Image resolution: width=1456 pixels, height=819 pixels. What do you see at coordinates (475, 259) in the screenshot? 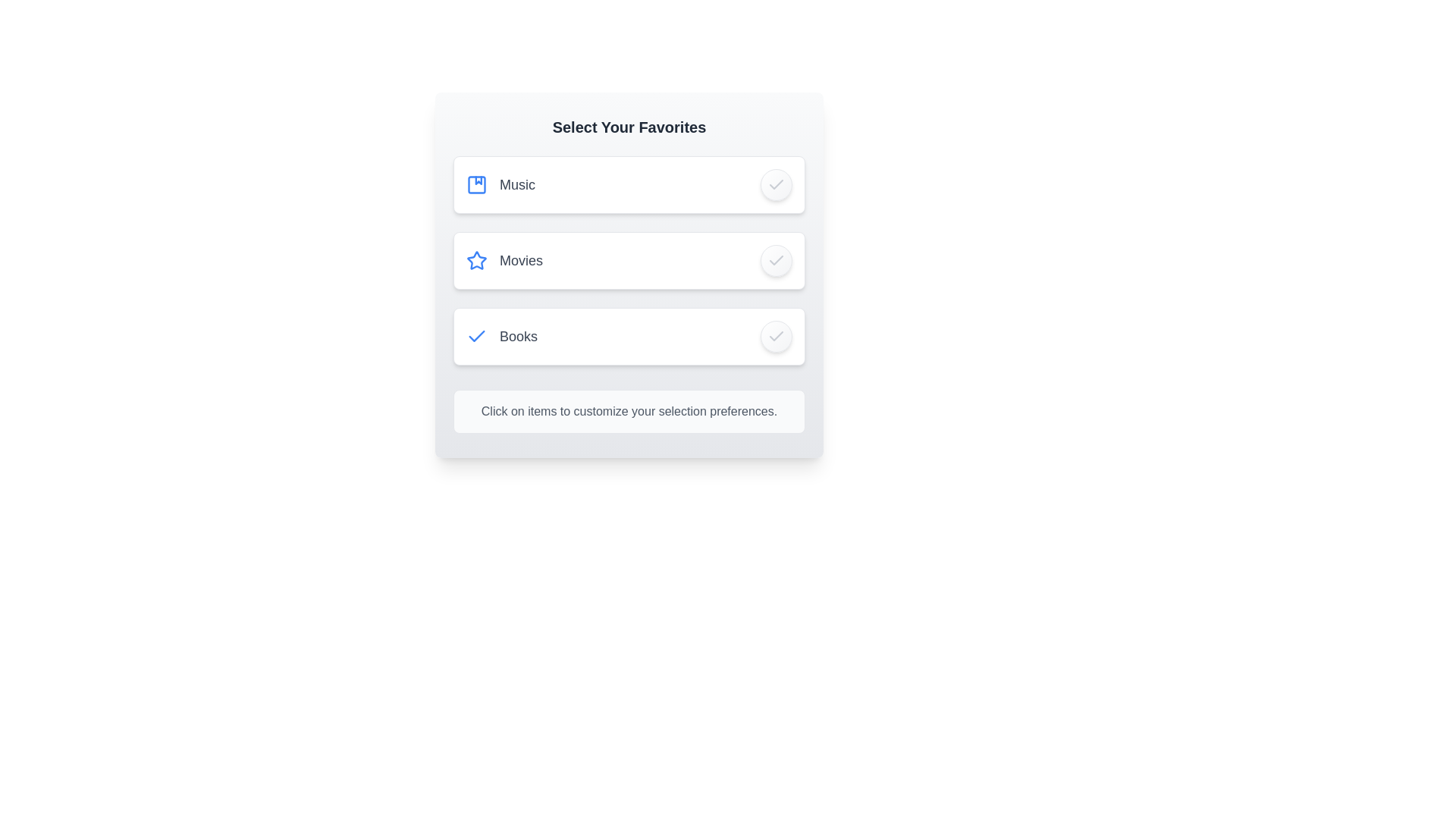
I see `the visual representation of the 'Movies' icon in the 'Select Your Favorites' interface, which is the second icon in the vertical list` at bounding box center [475, 259].